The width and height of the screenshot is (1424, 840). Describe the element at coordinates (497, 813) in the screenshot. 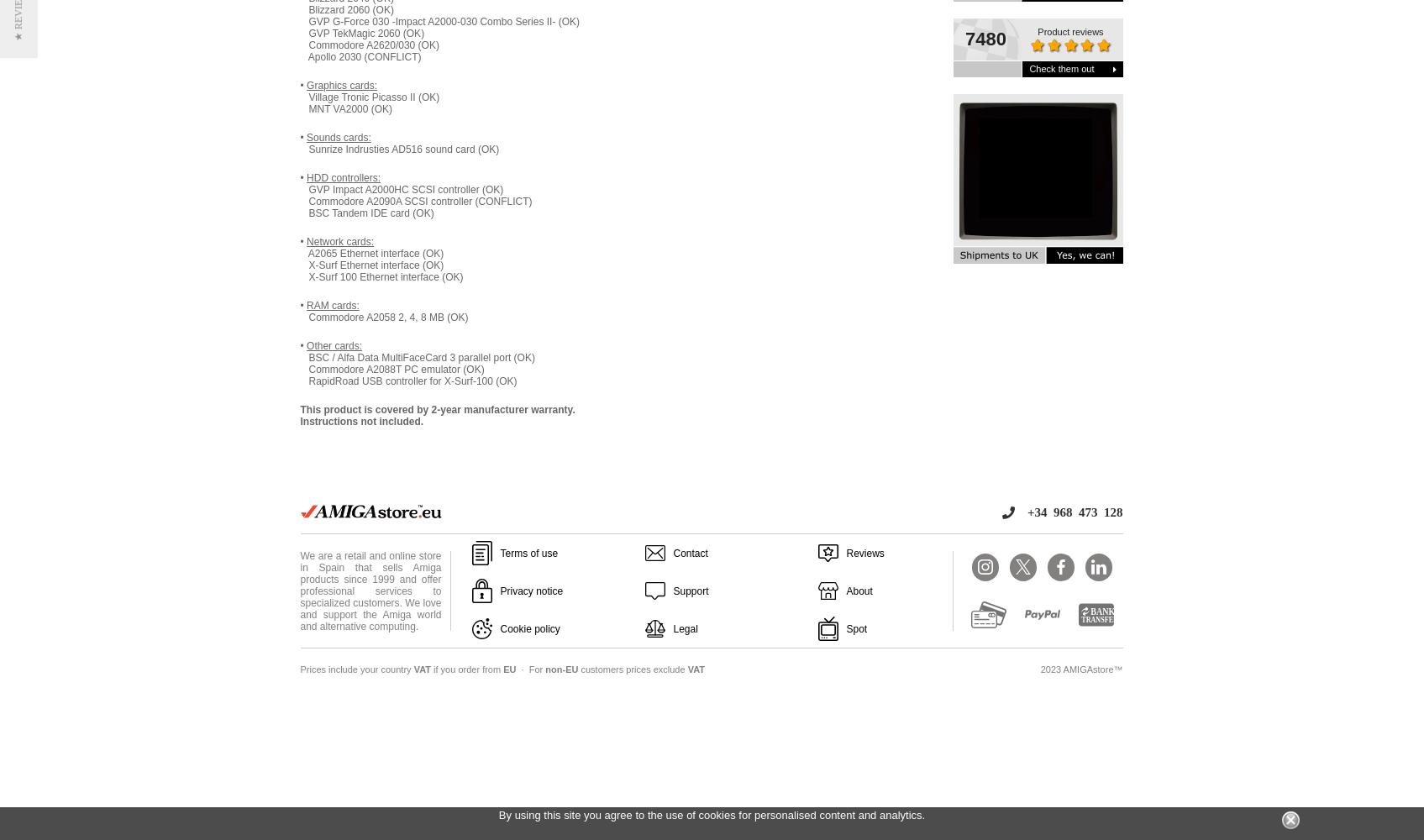

I see `'By using this site you agree to the use of cookies for personalised content and analytics.'` at that location.